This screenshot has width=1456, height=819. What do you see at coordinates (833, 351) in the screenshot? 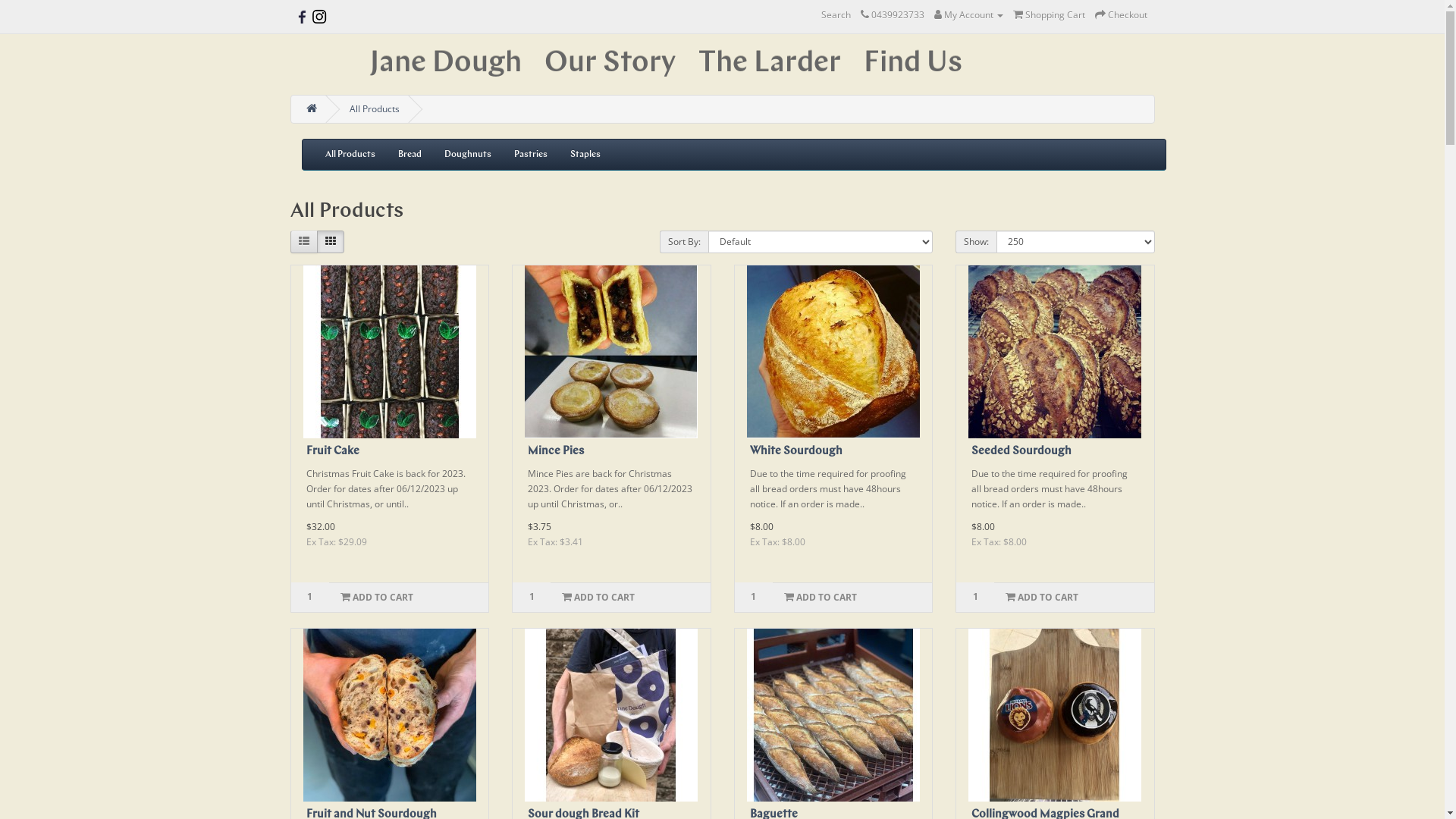
I see `'White Sourdough'` at bounding box center [833, 351].